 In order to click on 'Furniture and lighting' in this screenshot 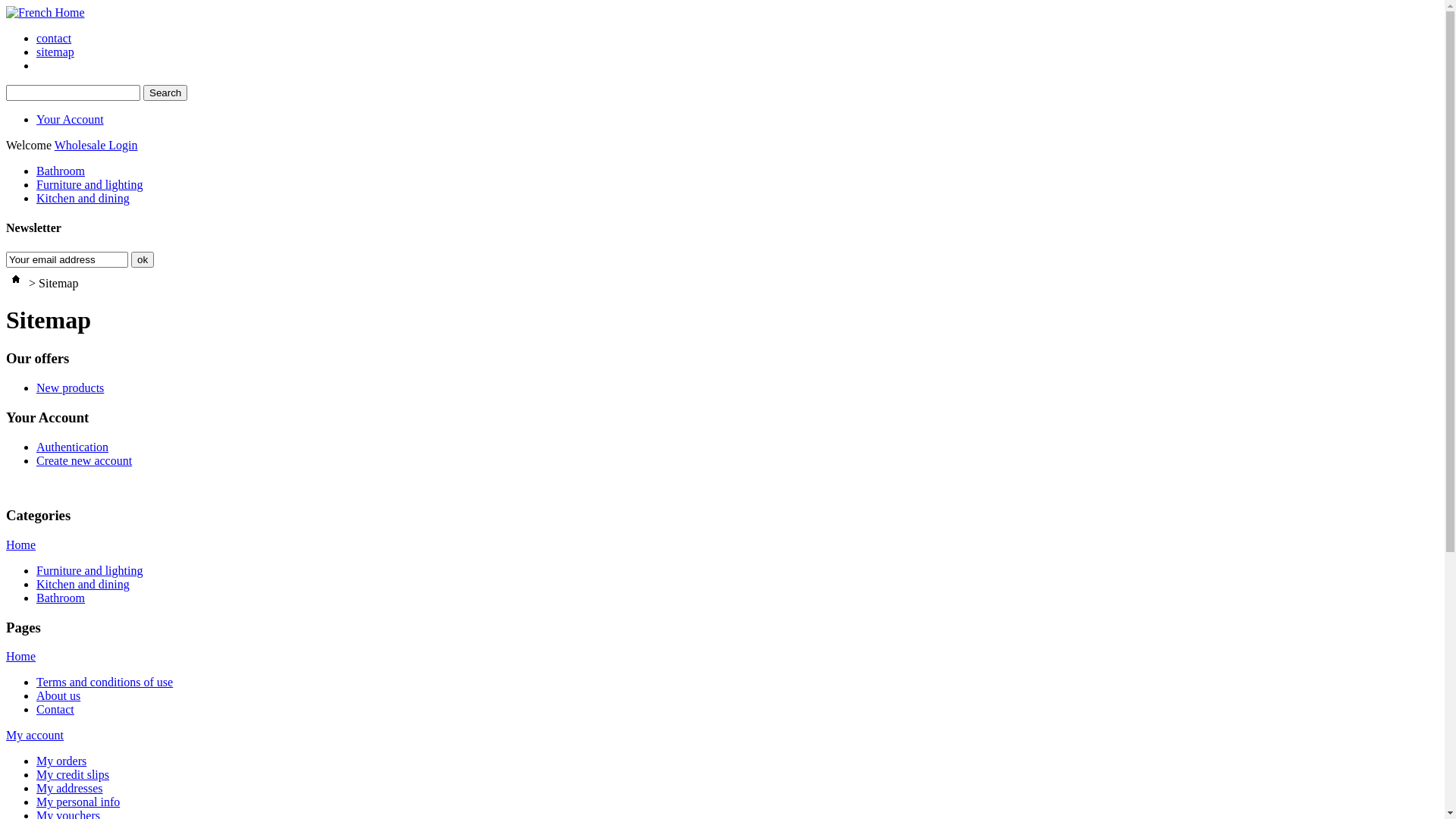, I will do `click(36, 184)`.